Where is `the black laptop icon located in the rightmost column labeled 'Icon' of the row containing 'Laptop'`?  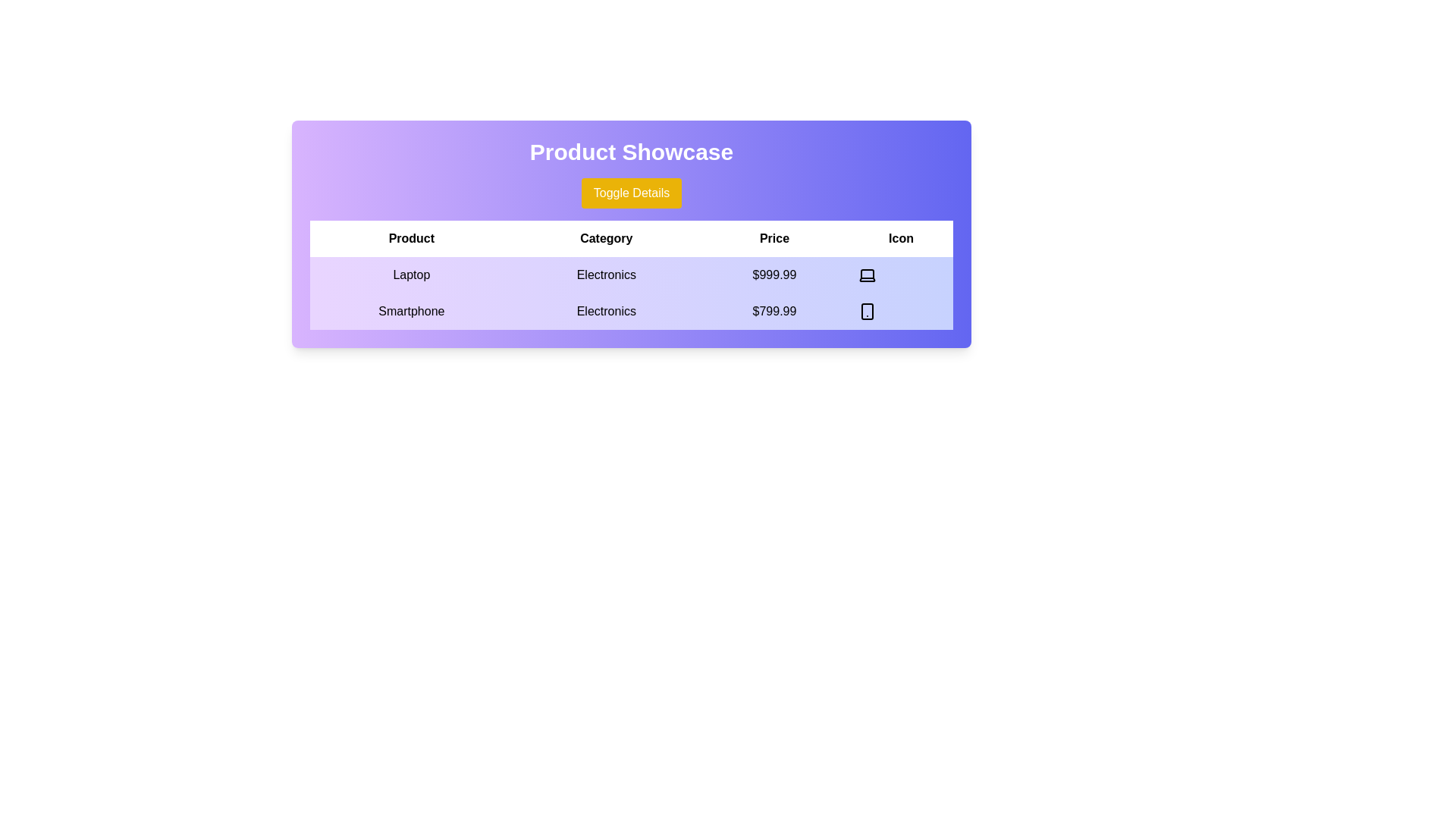 the black laptop icon located in the rightmost column labeled 'Icon' of the row containing 'Laptop' is located at coordinates (867, 275).